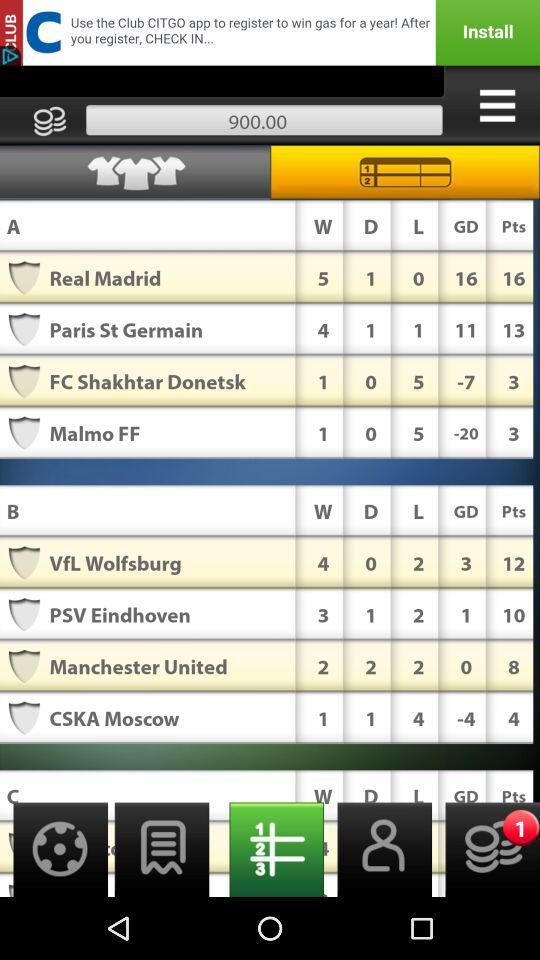 The width and height of the screenshot is (540, 960). I want to click on the list icon, so click(270, 909).